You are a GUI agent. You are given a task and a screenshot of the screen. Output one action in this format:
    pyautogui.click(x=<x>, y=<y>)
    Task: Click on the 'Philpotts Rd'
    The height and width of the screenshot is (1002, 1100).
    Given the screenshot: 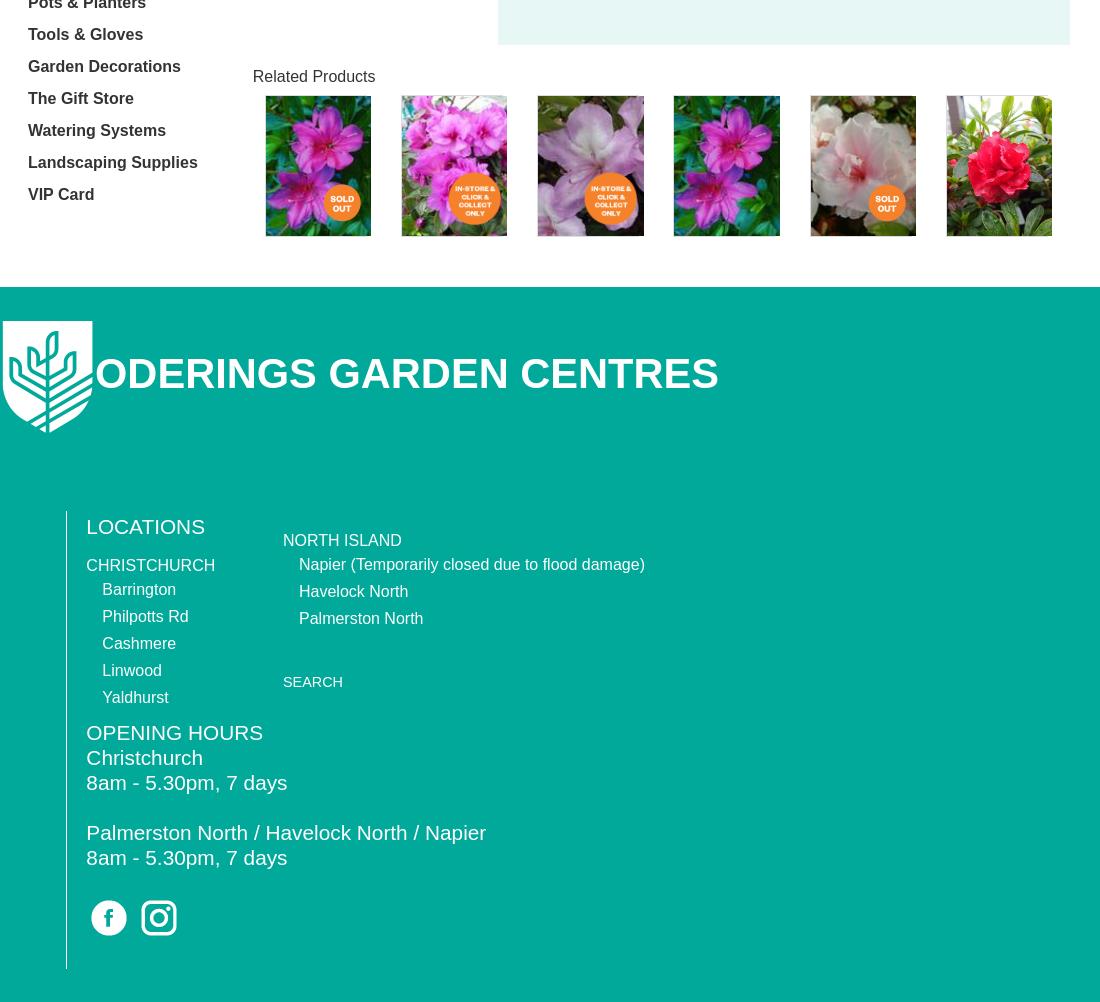 What is the action you would take?
    pyautogui.click(x=143, y=614)
    